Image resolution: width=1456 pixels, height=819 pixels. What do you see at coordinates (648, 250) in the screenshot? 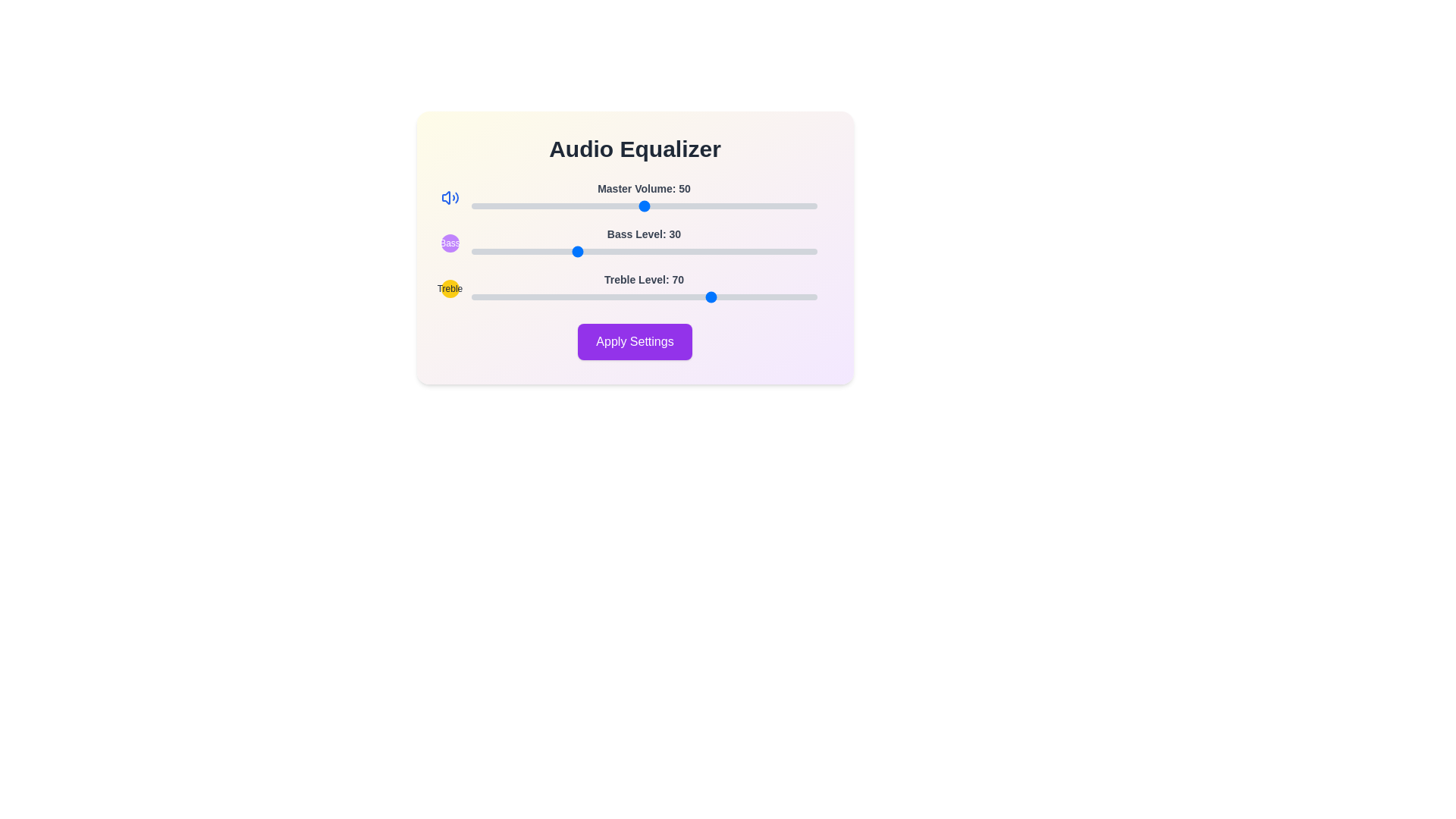
I see `the bass level` at bounding box center [648, 250].